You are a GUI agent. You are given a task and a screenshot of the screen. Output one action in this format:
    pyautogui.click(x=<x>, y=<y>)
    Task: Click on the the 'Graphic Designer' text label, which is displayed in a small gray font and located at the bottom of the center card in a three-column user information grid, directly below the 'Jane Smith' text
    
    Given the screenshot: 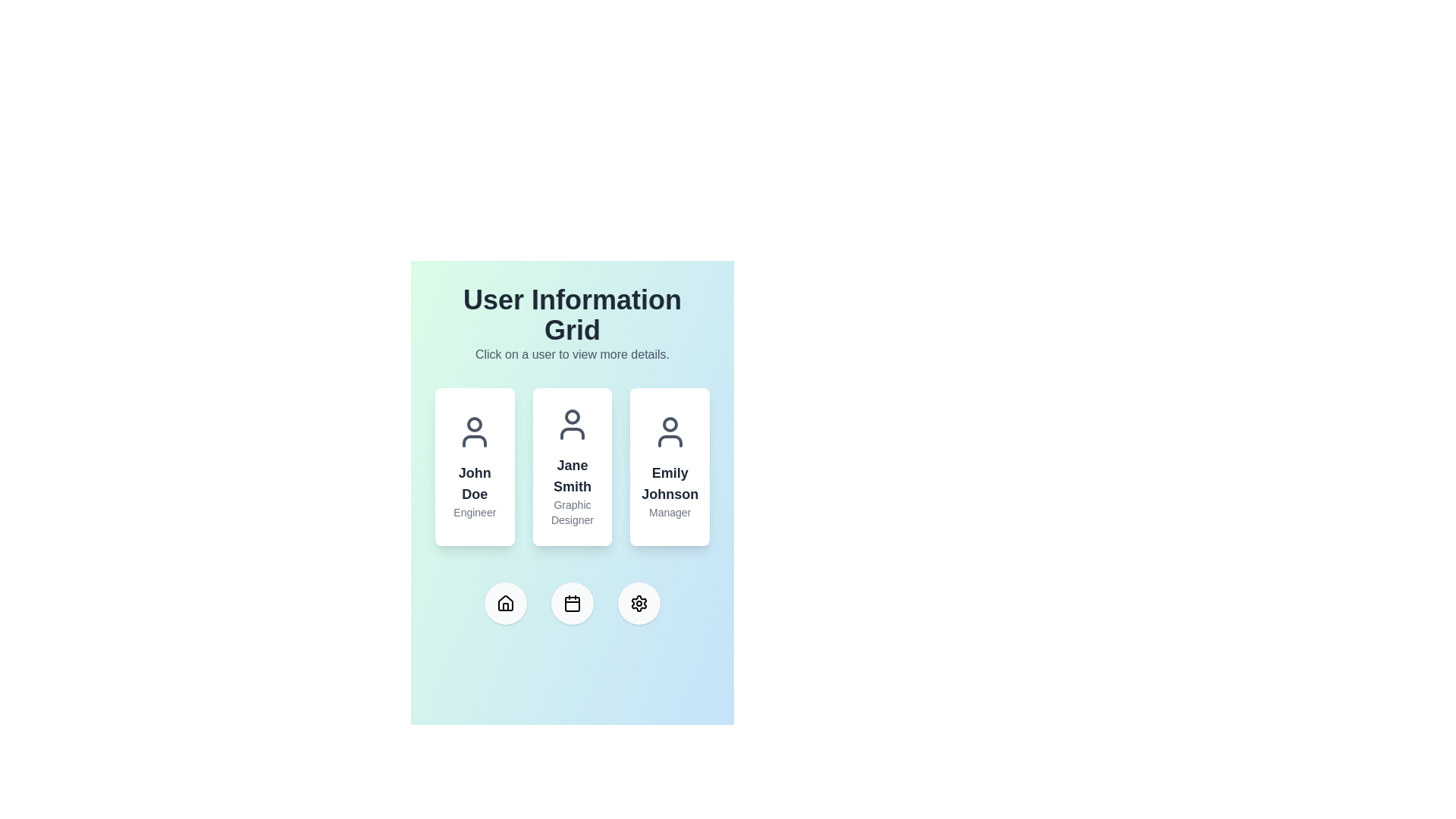 What is the action you would take?
    pyautogui.click(x=571, y=512)
    